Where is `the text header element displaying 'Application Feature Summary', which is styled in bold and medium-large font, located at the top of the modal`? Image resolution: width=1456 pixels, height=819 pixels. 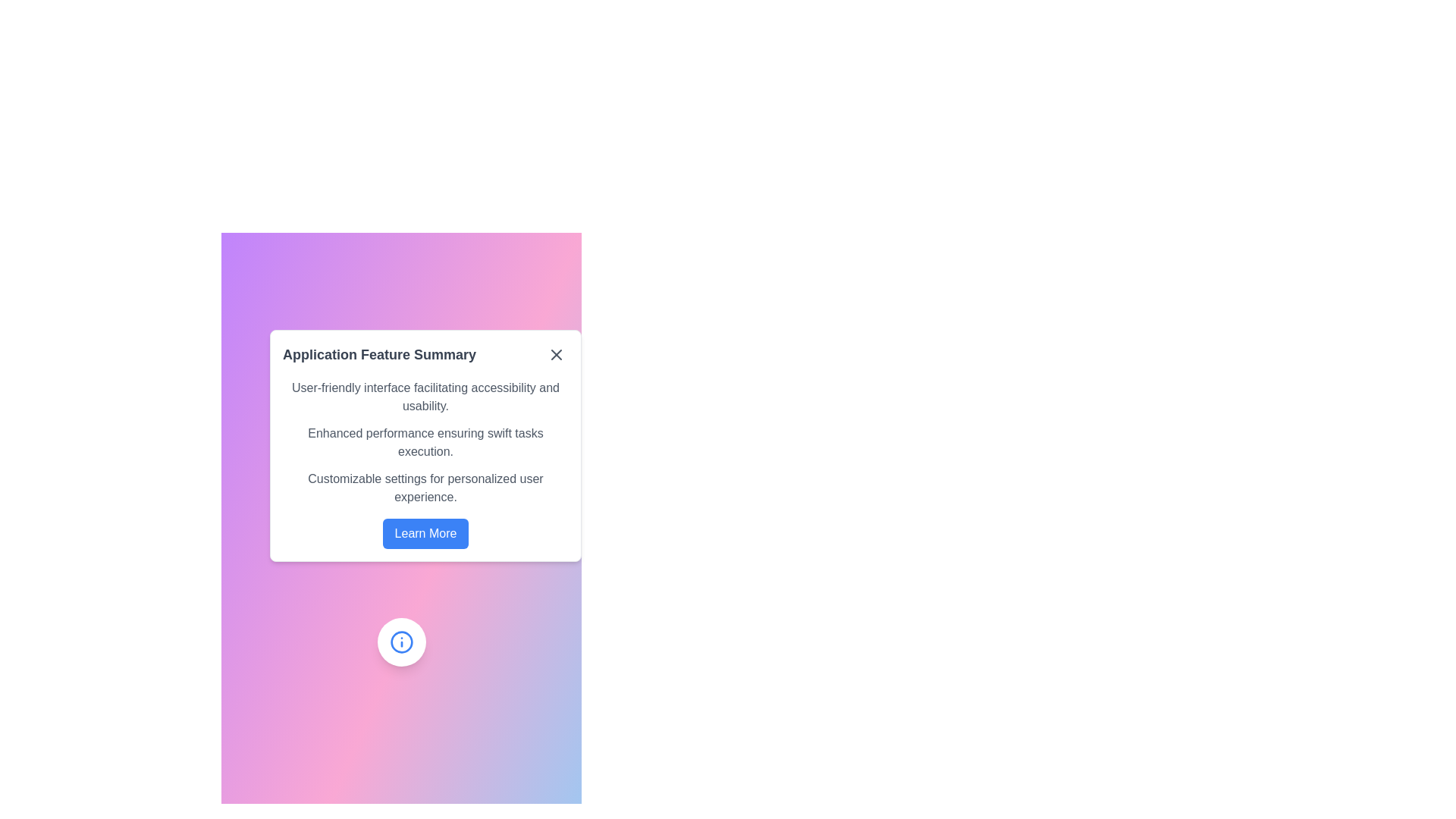 the text header element displaying 'Application Feature Summary', which is styled in bold and medium-large font, located at the top of the modal is located at coordinates (425, 354).